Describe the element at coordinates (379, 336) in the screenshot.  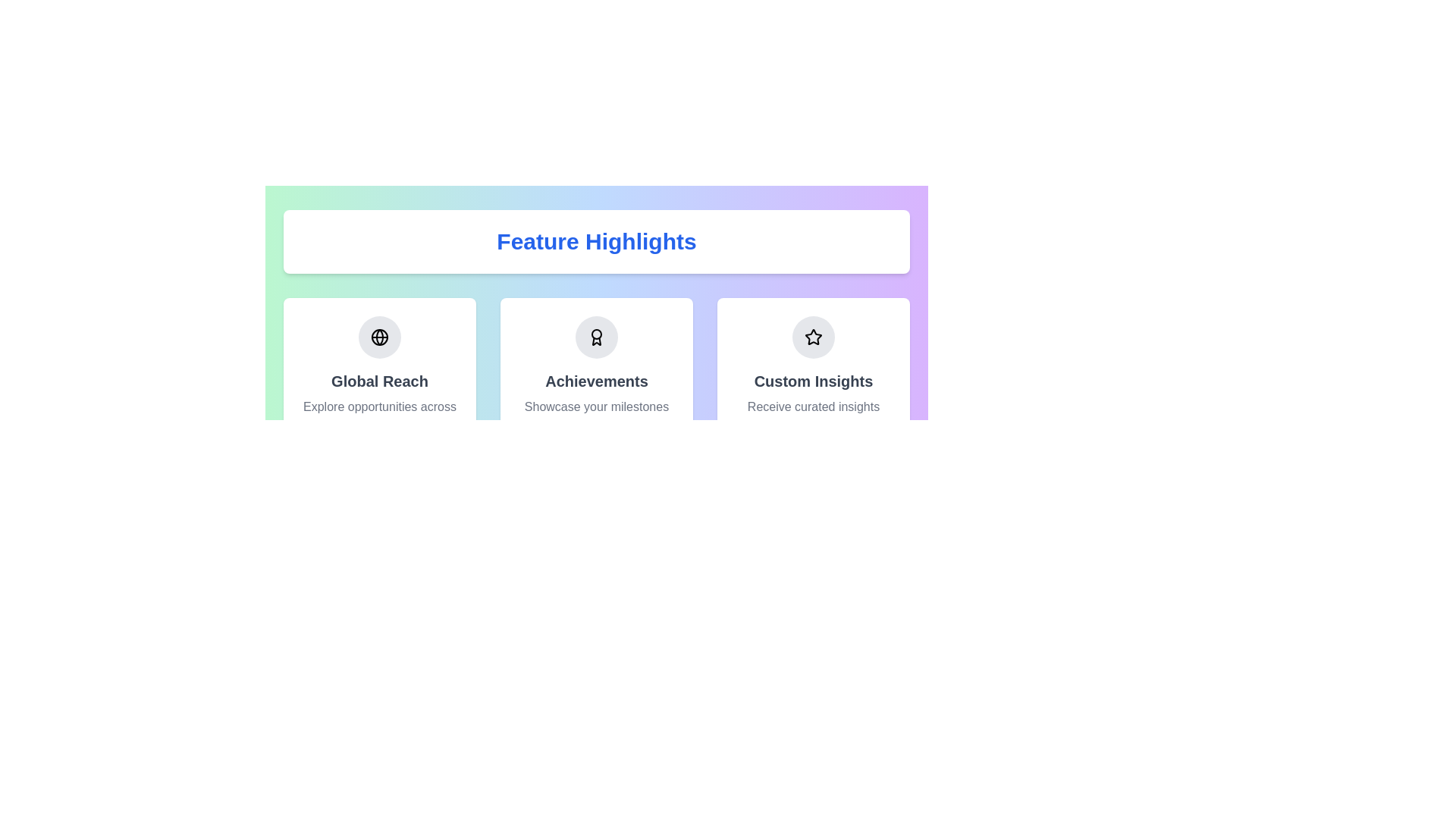
I see `the central circular feature of the globe icon located in the leftmost section of the three icons below the heading 'Feature Highlights'` at that location.